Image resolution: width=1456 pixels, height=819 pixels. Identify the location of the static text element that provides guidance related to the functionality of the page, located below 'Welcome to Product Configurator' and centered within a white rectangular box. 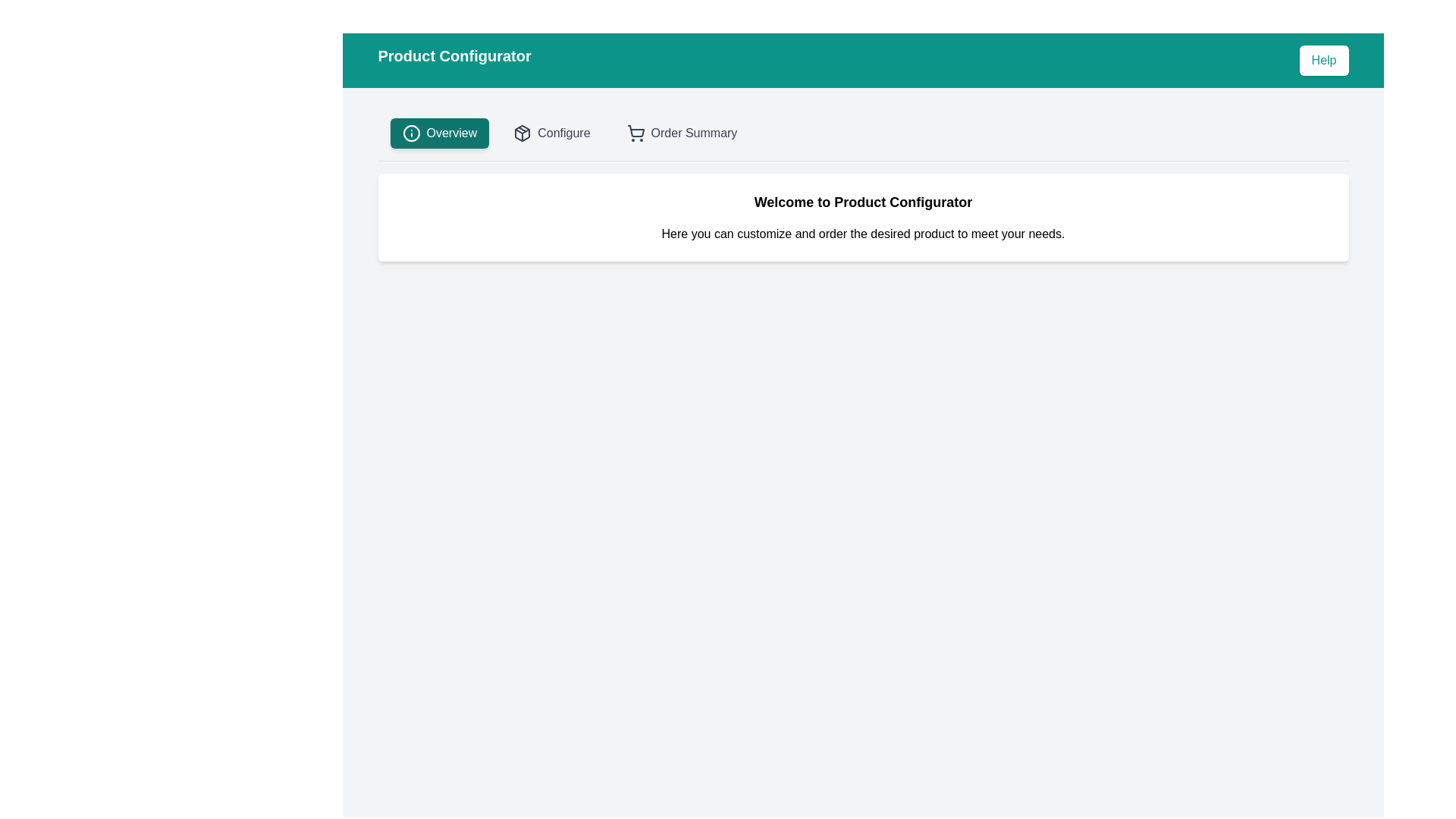
(863, 234).